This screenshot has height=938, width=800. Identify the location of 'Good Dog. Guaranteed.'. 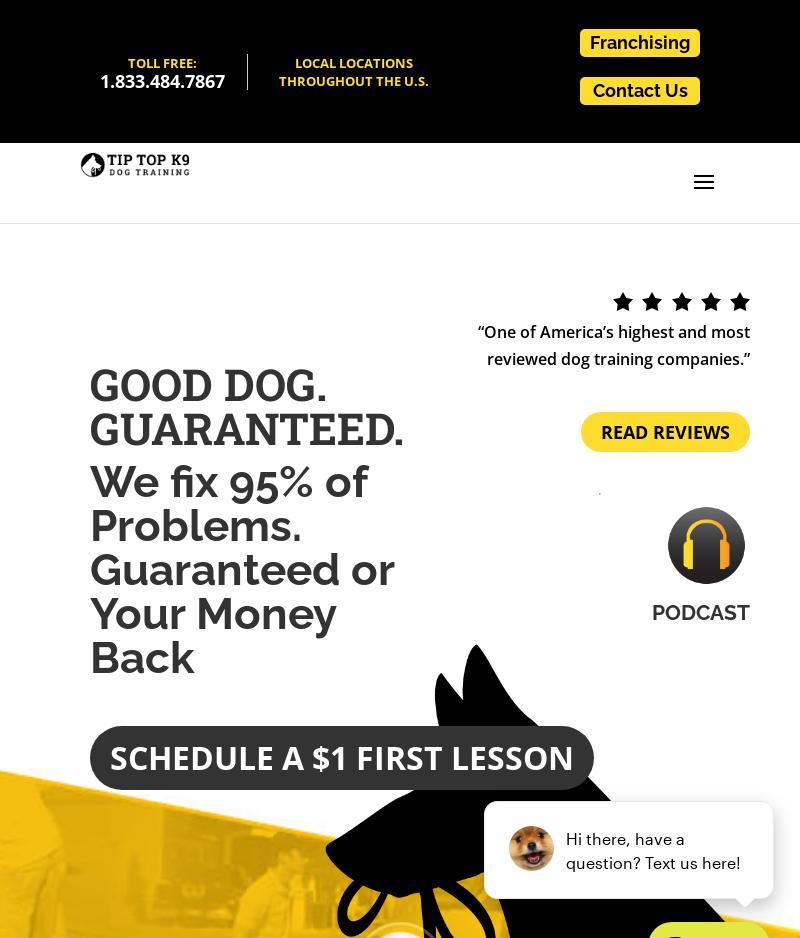
(90, 405).